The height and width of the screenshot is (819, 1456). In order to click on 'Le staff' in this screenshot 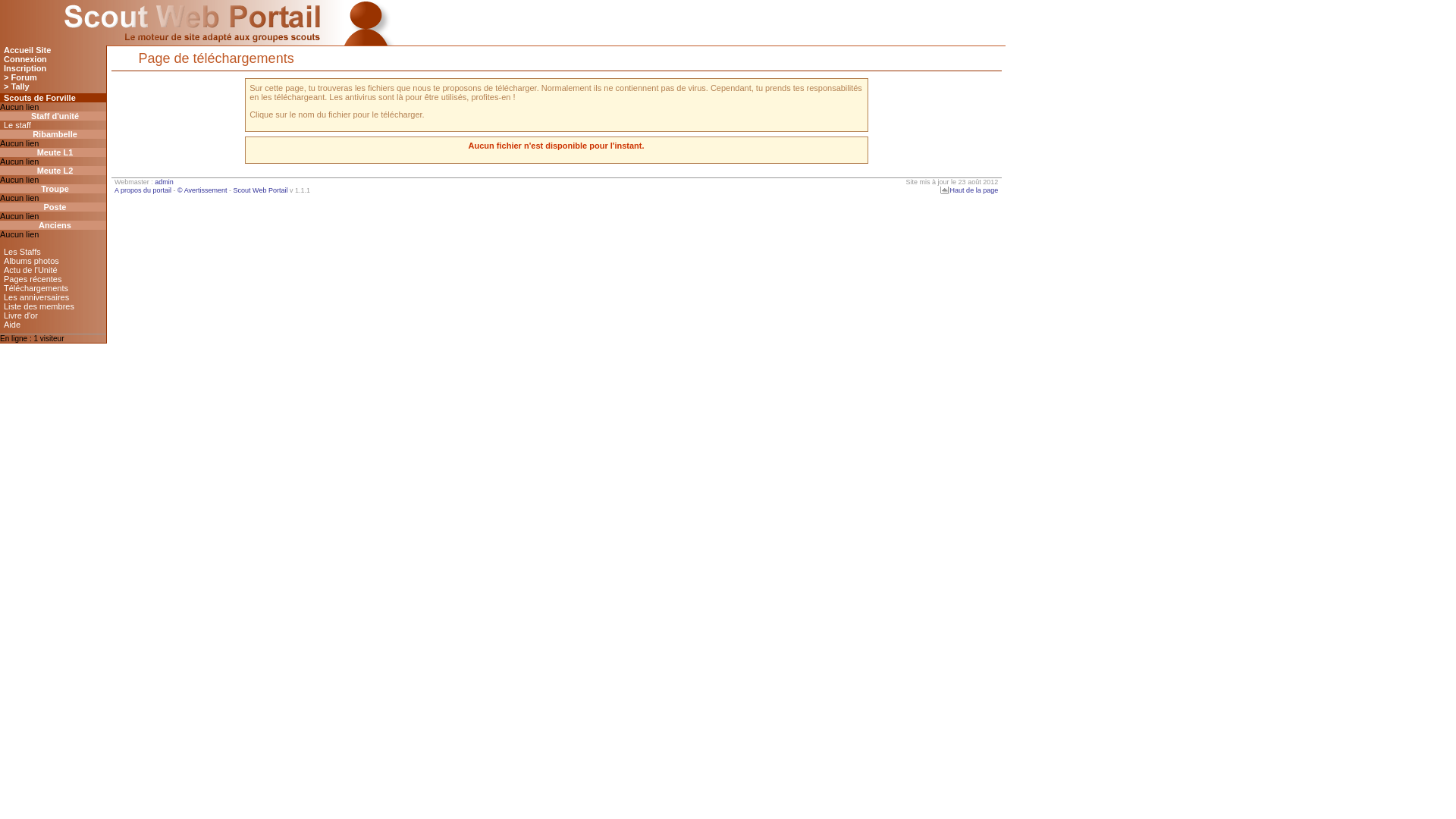, I will do `click(53, 124)`.